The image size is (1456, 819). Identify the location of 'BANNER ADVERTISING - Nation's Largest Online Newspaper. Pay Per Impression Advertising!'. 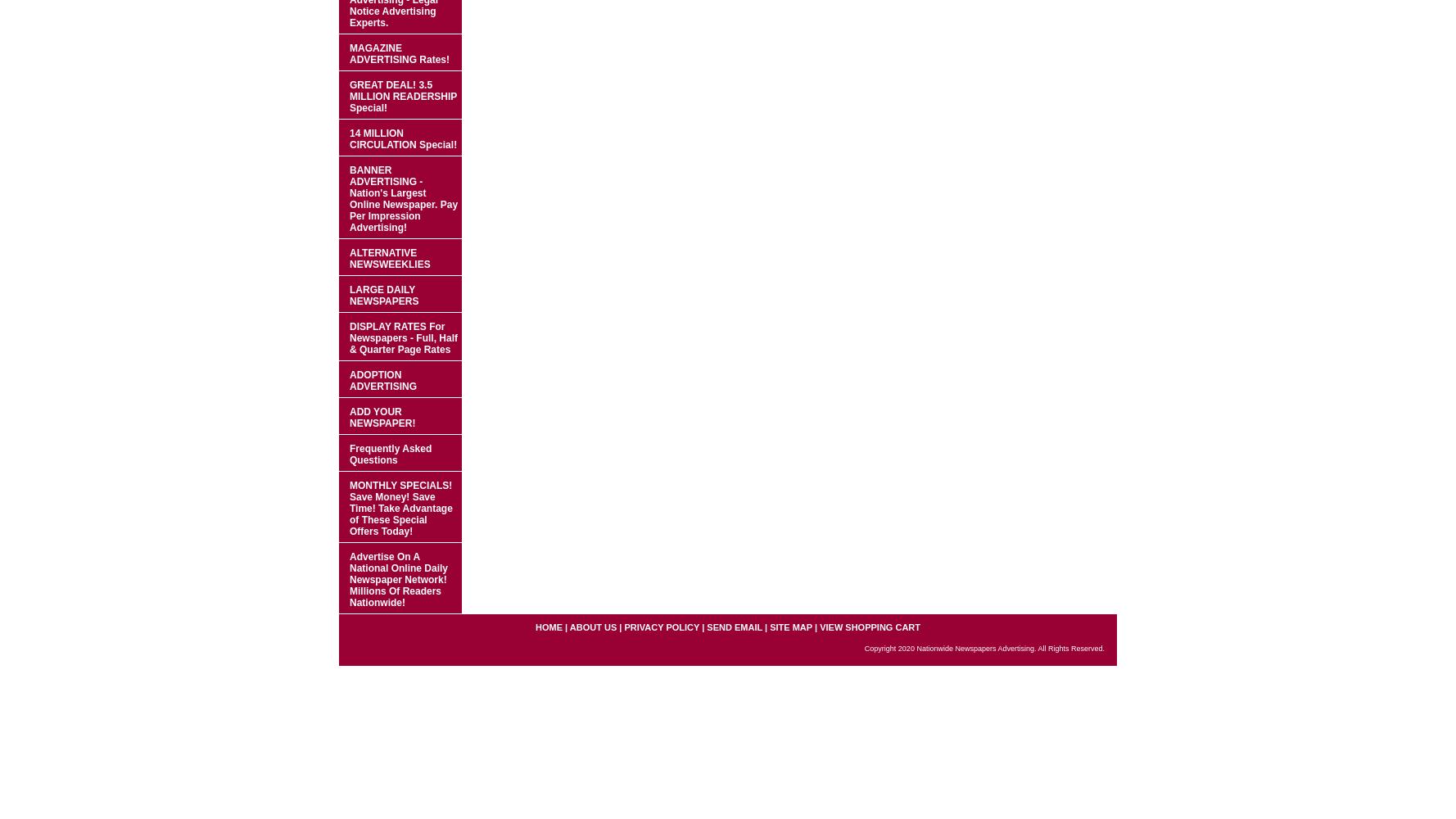
(403, 198).